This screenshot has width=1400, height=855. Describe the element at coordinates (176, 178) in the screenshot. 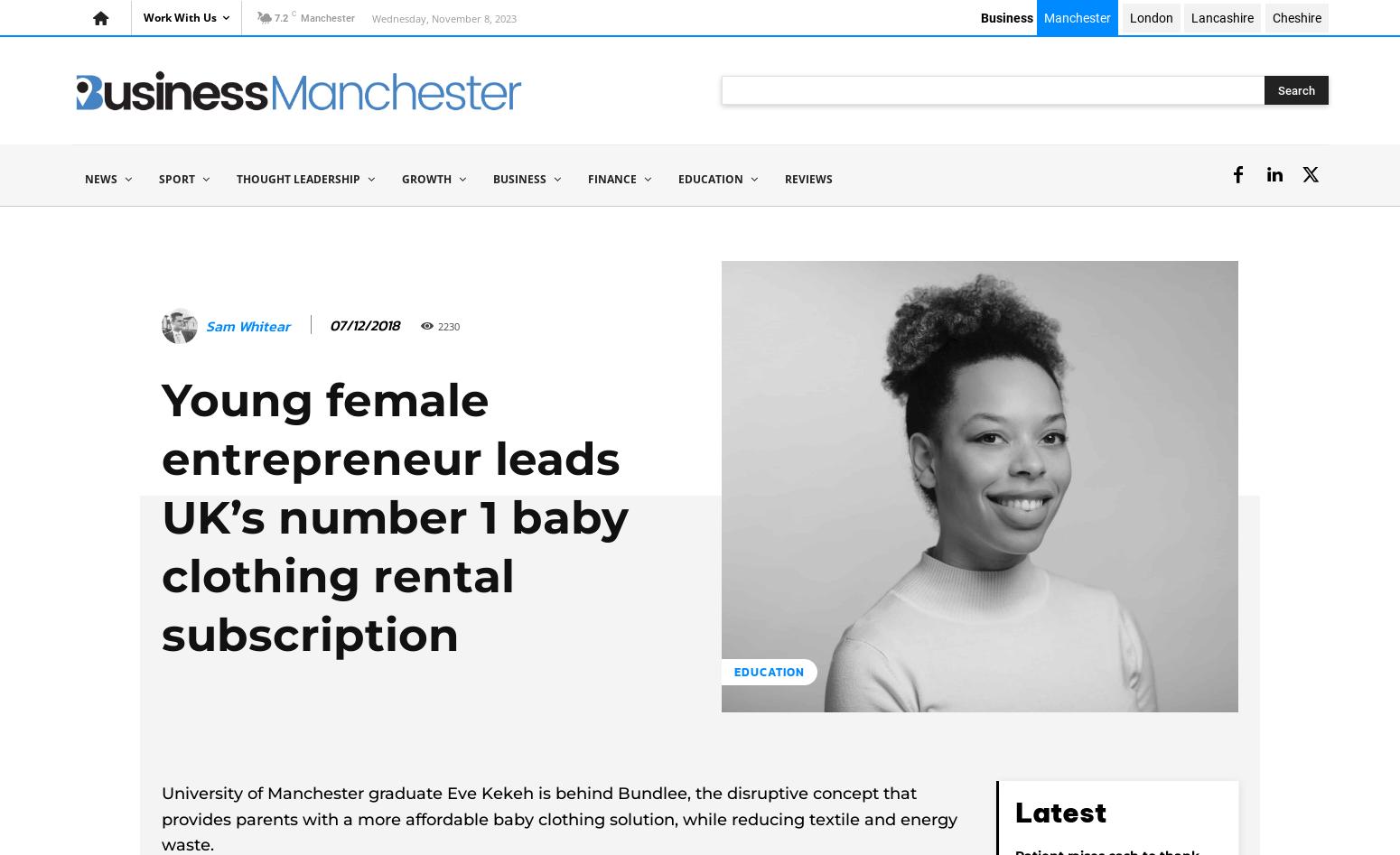

I see `'Sport'` at that location.